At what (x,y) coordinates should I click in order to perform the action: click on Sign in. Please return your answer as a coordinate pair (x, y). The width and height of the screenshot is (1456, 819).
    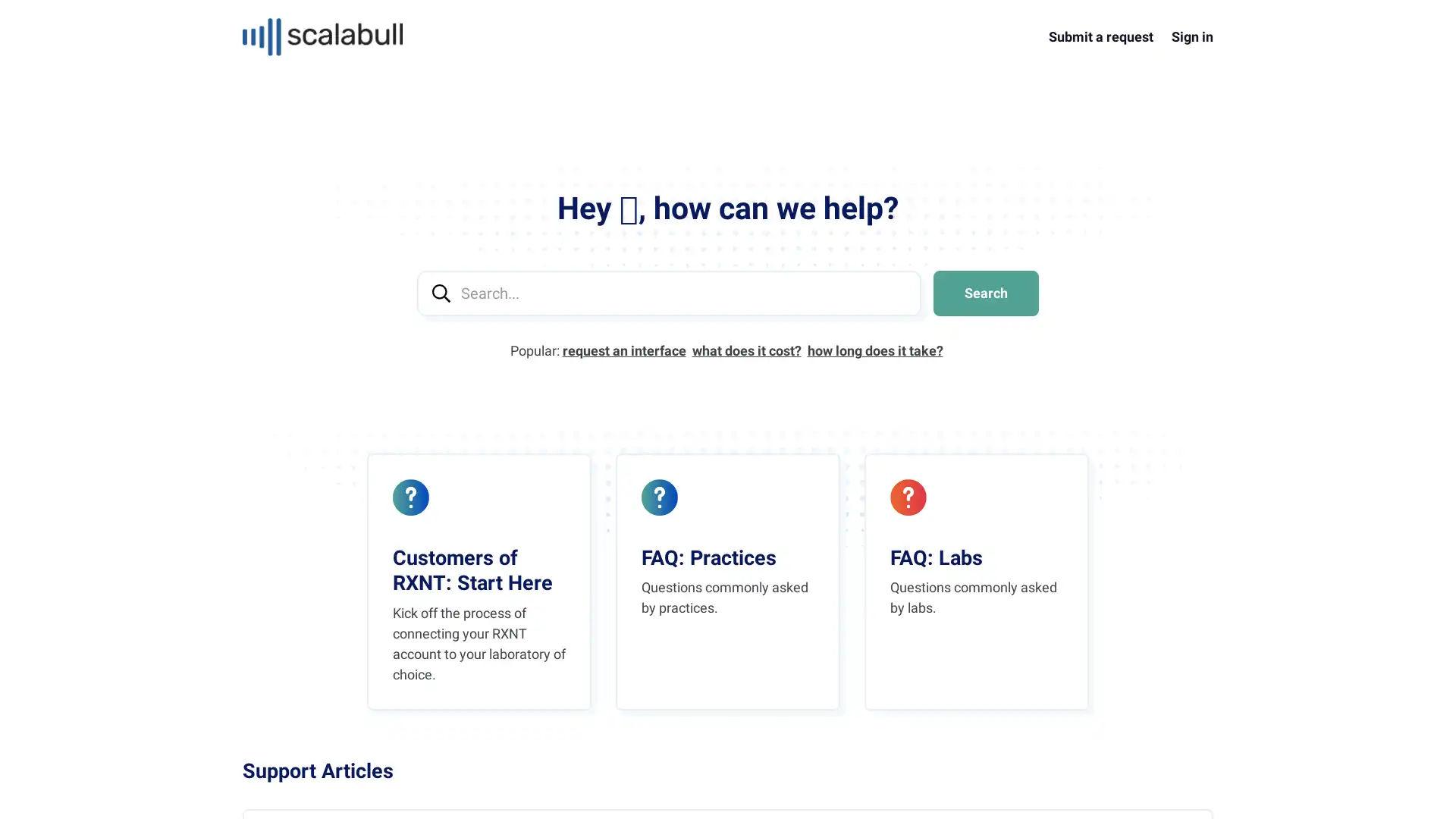
    Looking at the image, I should click on (1191, 36).